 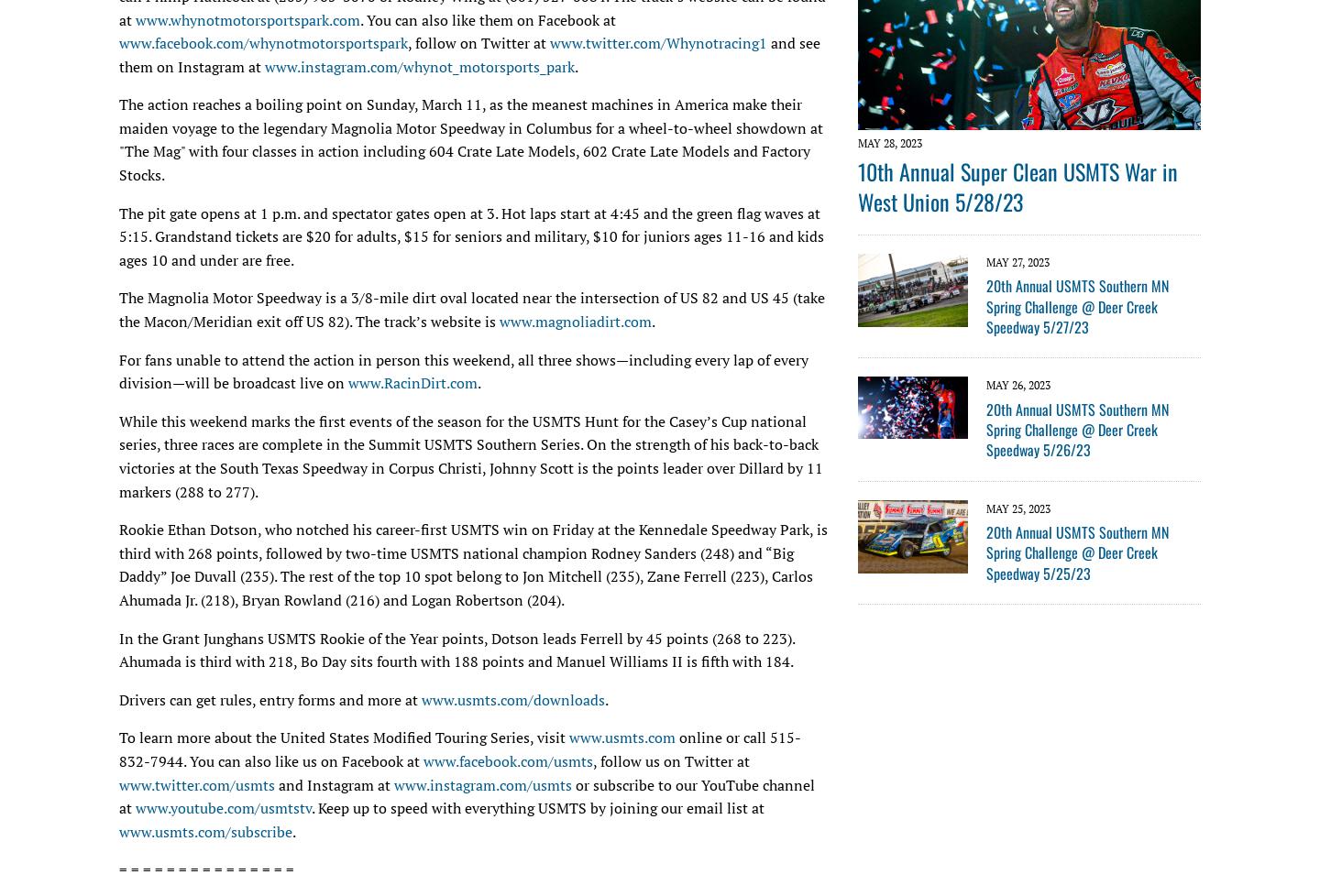 What do you see at coordinates (470, 308) in the screenshot?
I see `'The Magnolia Motor Speedway is a 3/8-mile dirt oval located near the intersection of US 82 and US 45 (take the Macon/Meridian exit off US 82). The track’s website is'` at bounding box center [470, 308].